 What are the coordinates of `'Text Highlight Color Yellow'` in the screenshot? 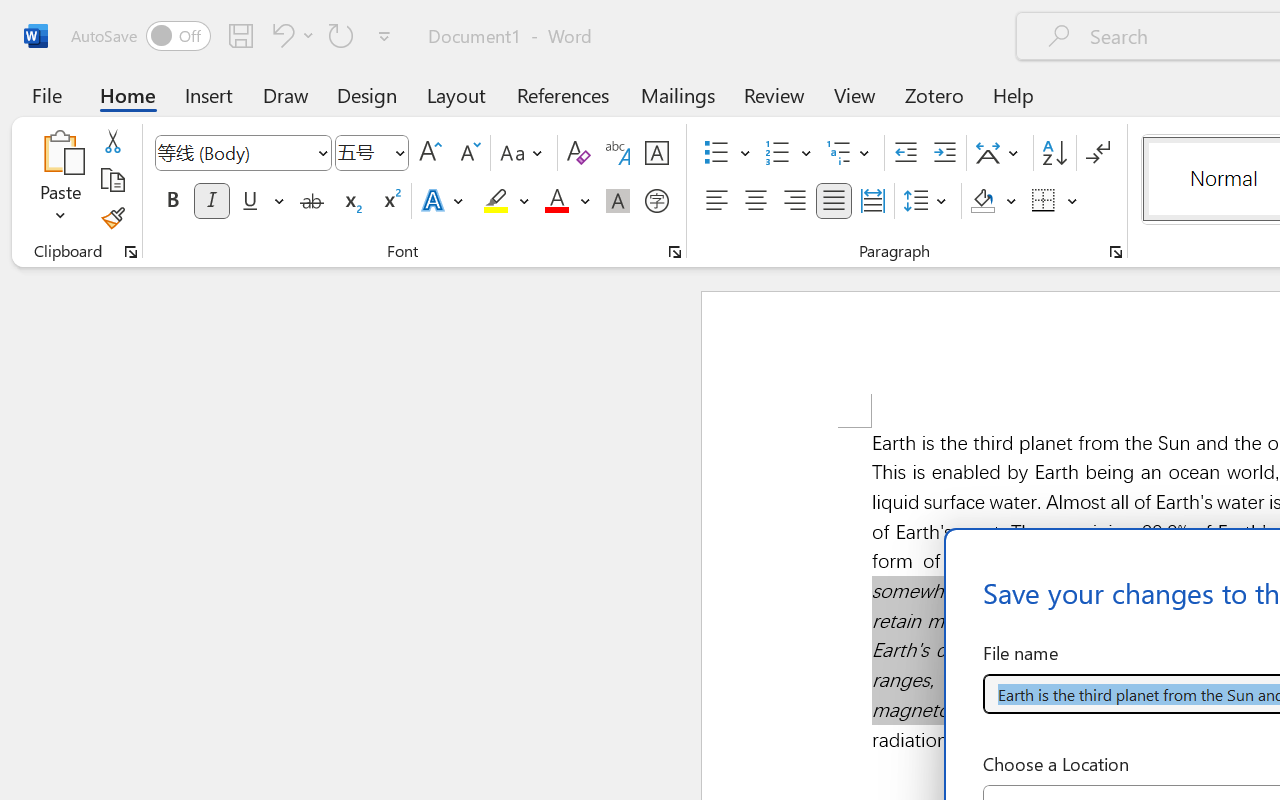 It's located at (496, 201).